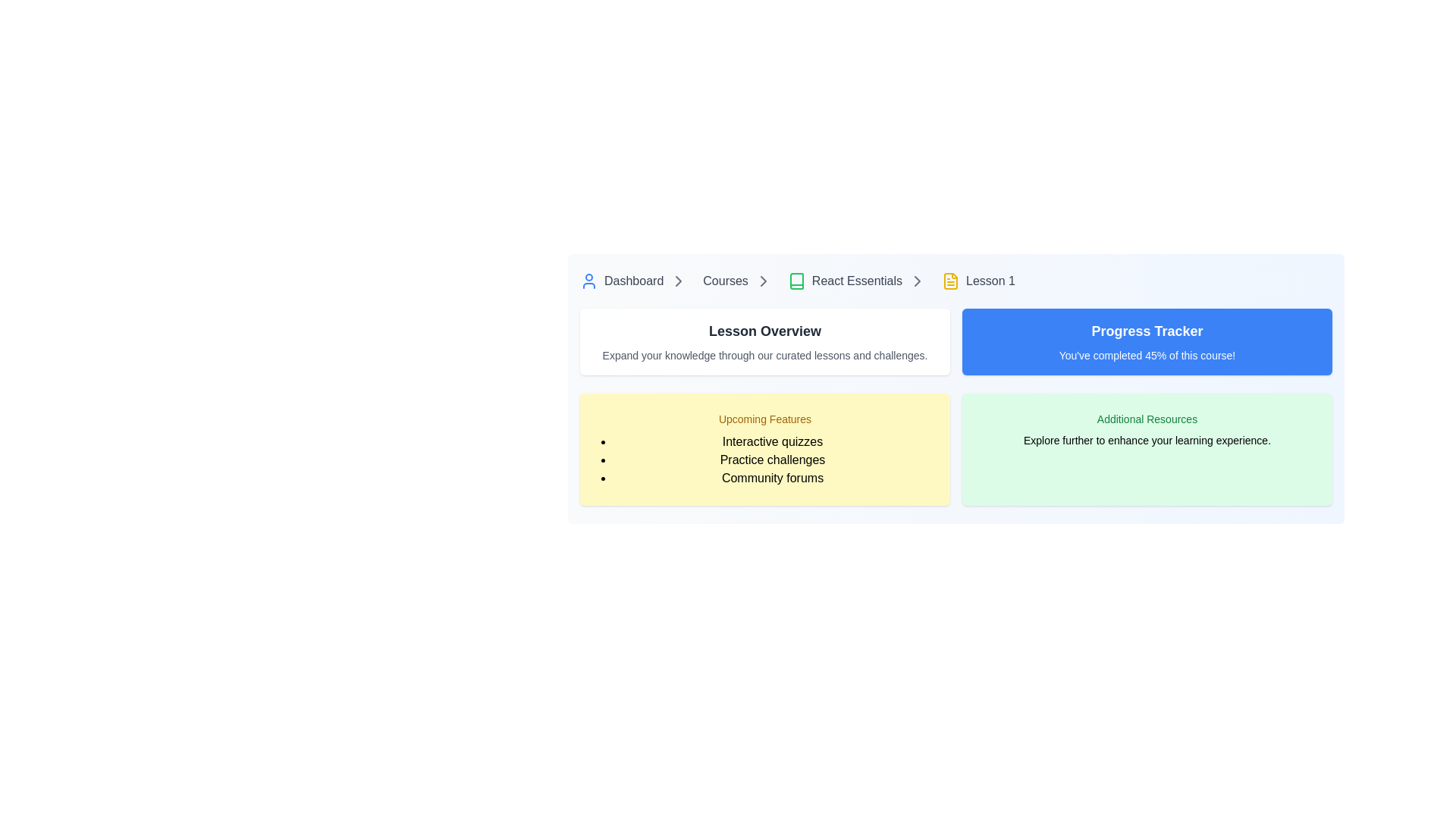 This screenshot has width=1456, height=819. What do you see at coordinates (772, 441) in the screenshot?
I see `the static text element that serves as a label for features or topics, located in the light yellow box under 'Upcoming Features', specifically the first item in a vertically stacked bullet list` at bounding box center [772, 441].